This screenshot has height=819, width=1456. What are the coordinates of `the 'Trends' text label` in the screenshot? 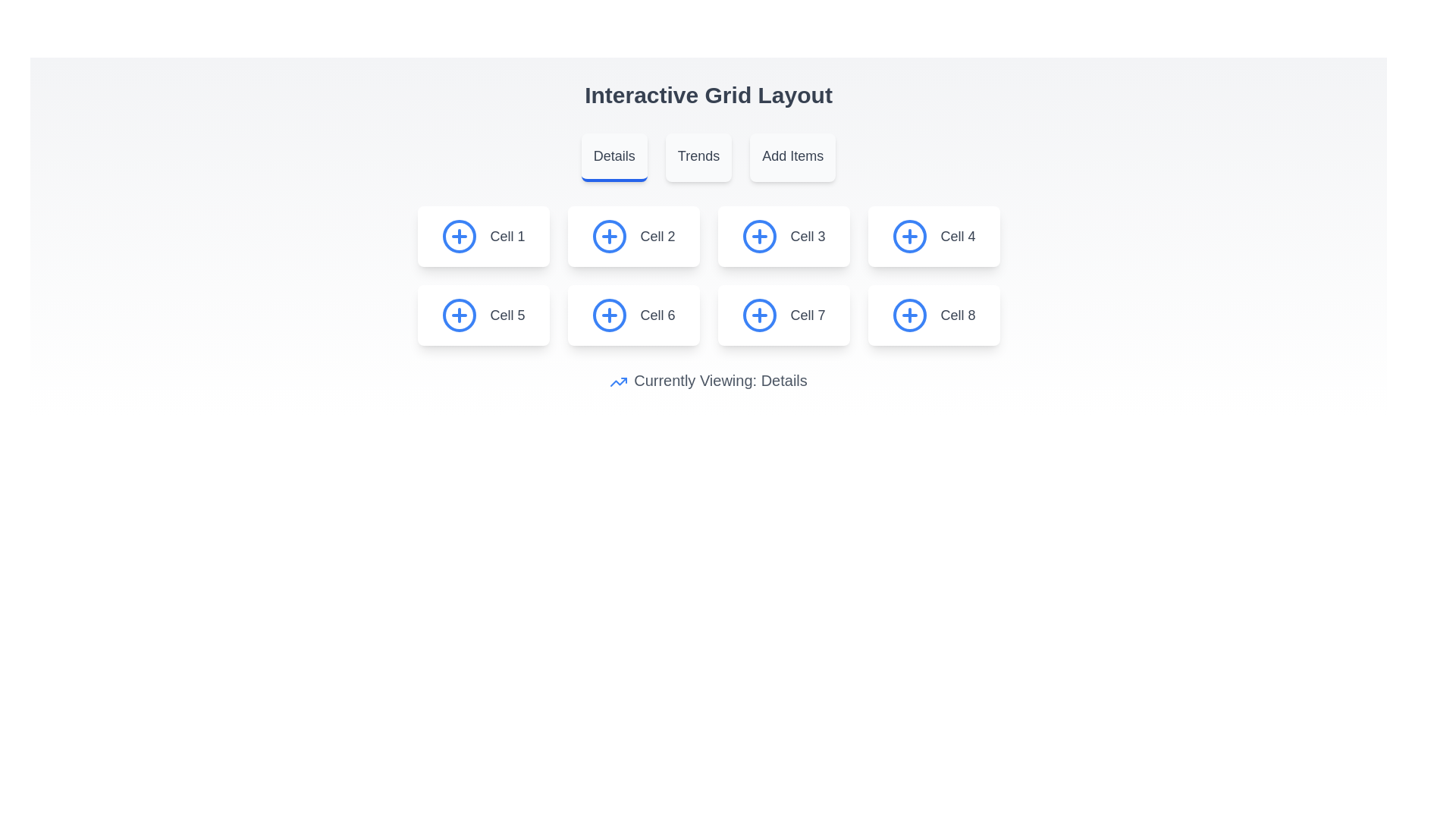 It's located at (698, 155).